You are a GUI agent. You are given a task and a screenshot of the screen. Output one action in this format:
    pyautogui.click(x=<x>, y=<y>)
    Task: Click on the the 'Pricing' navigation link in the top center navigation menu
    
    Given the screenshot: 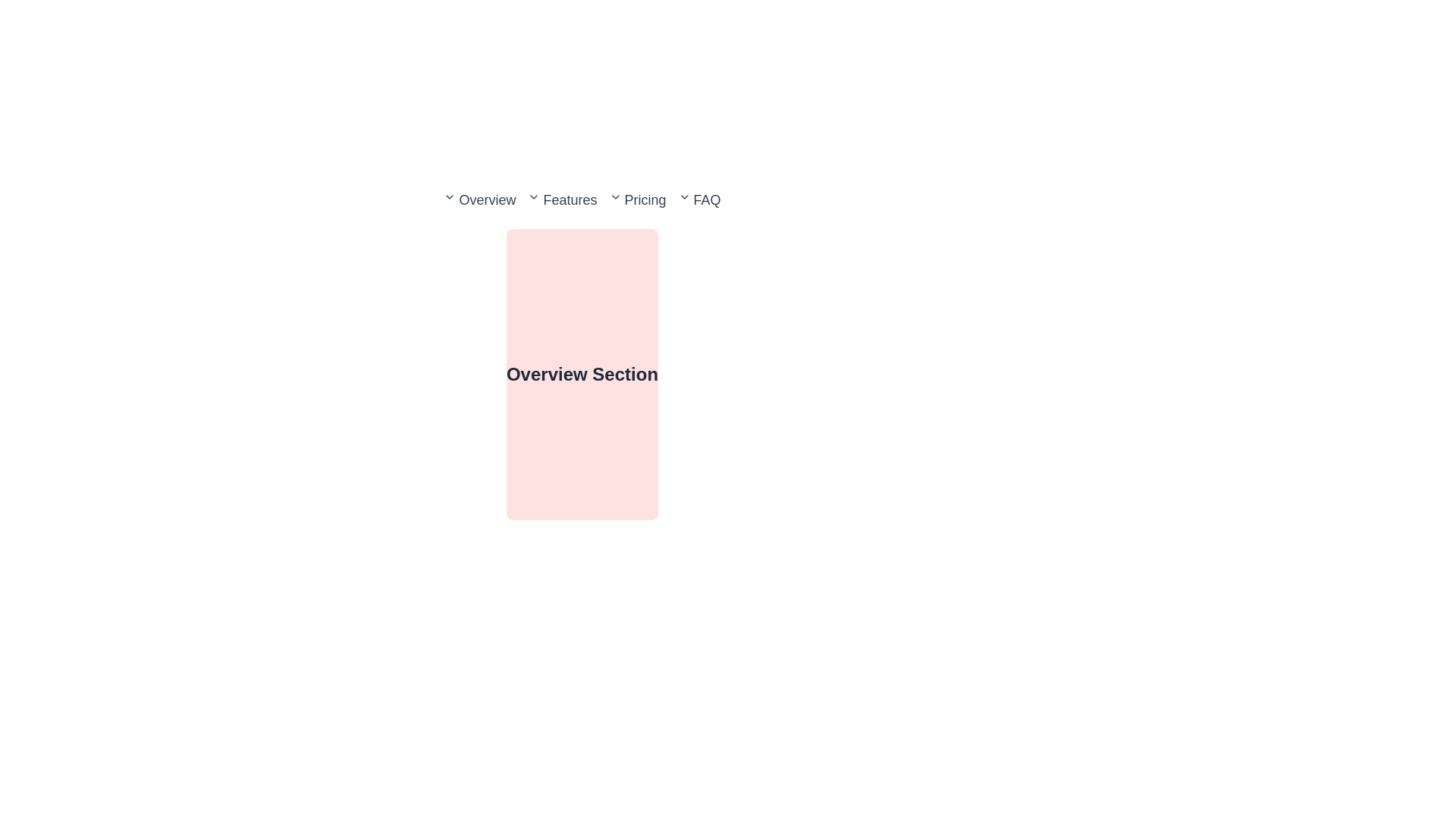 What is the action you would take?
    pyautogui.click(x=637, y=199)
    